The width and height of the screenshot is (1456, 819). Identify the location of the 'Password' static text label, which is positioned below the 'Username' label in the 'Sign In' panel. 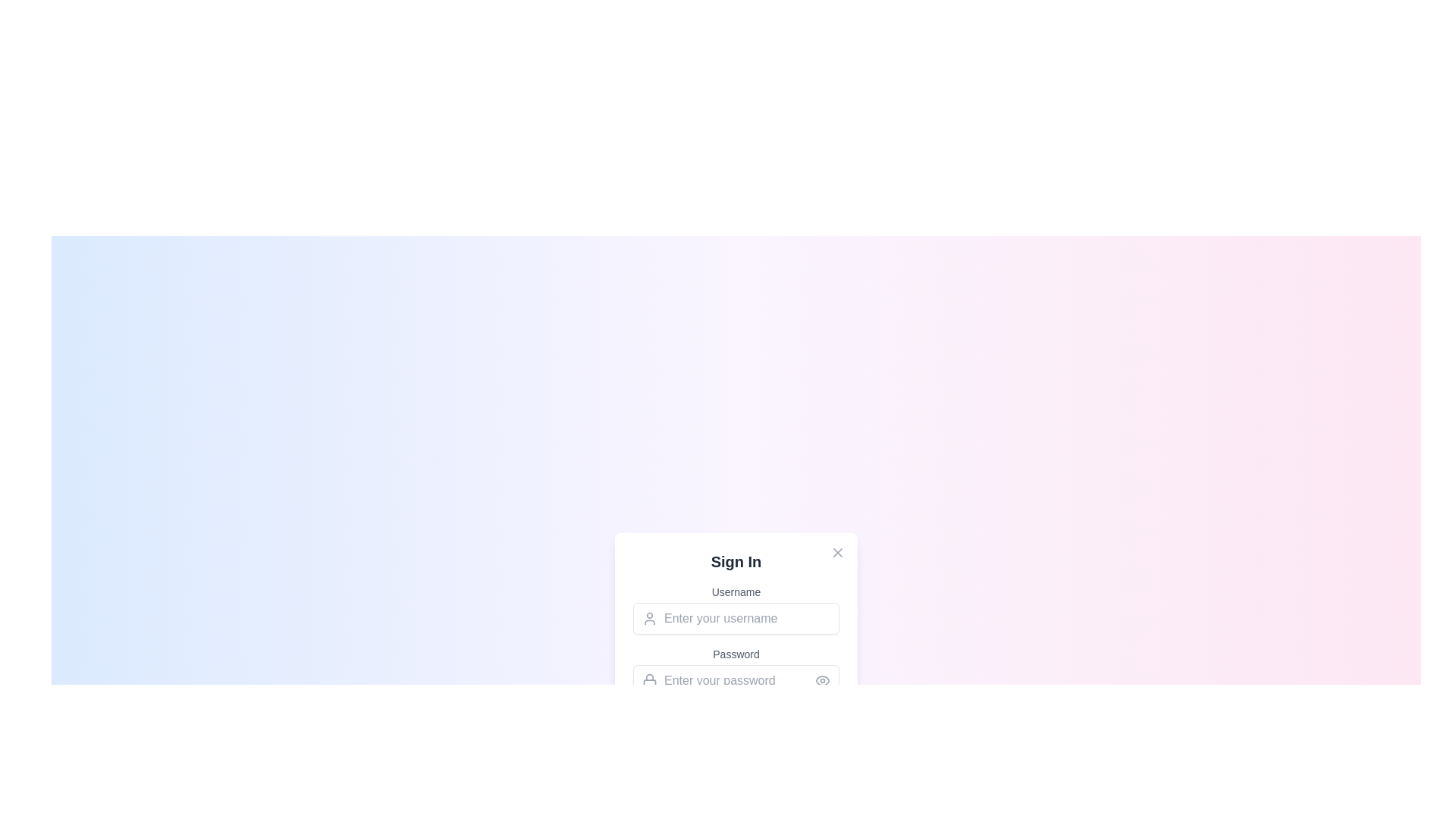
(736, 661).